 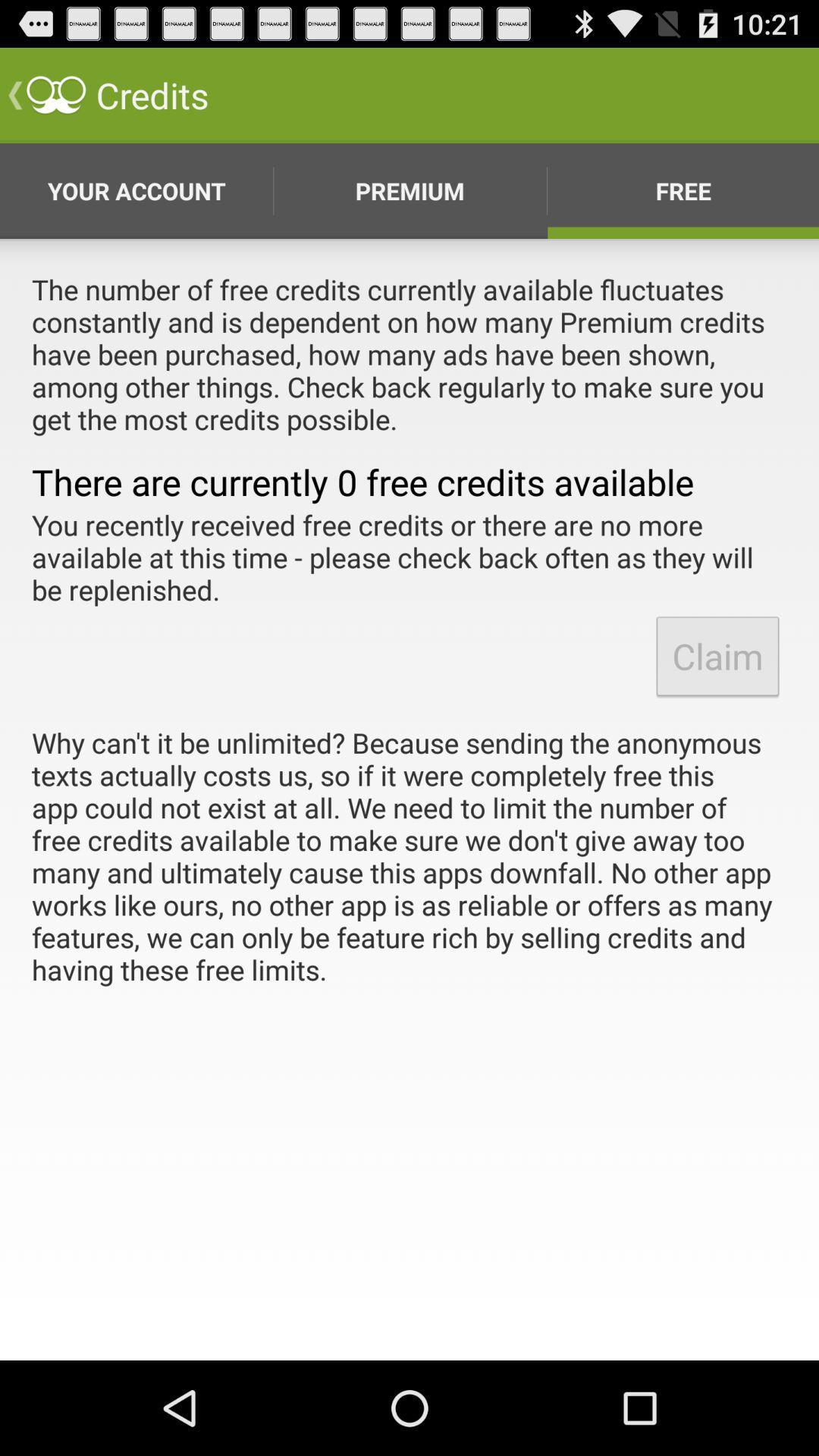 I want to click on the logo on left to the text credits on the web page, so click(x=55, y=94).